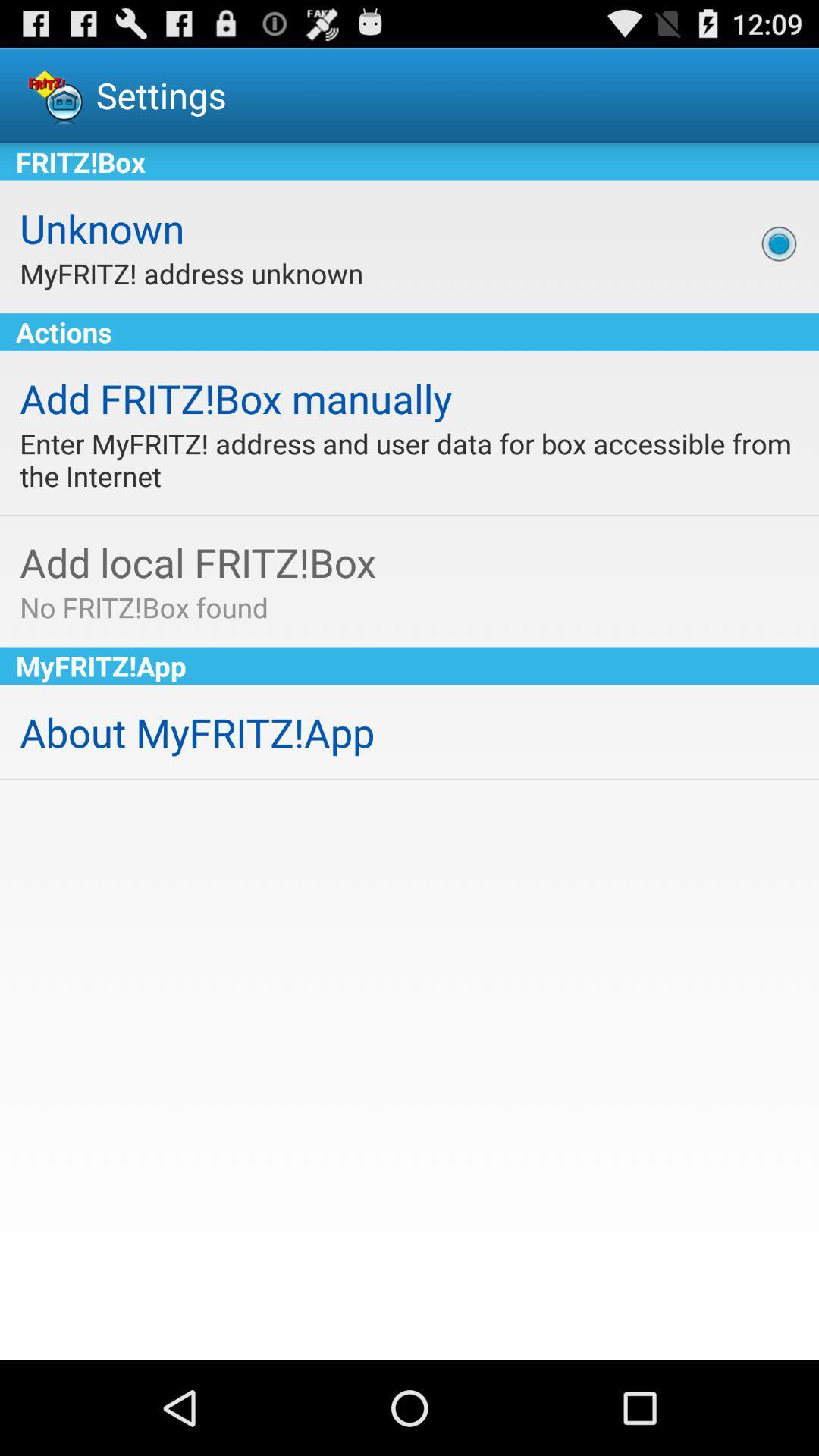  What do you see at coordinates (779, 243) in the screenshot?
I see `app below fritz!box item` at bounding box center [779, 243].